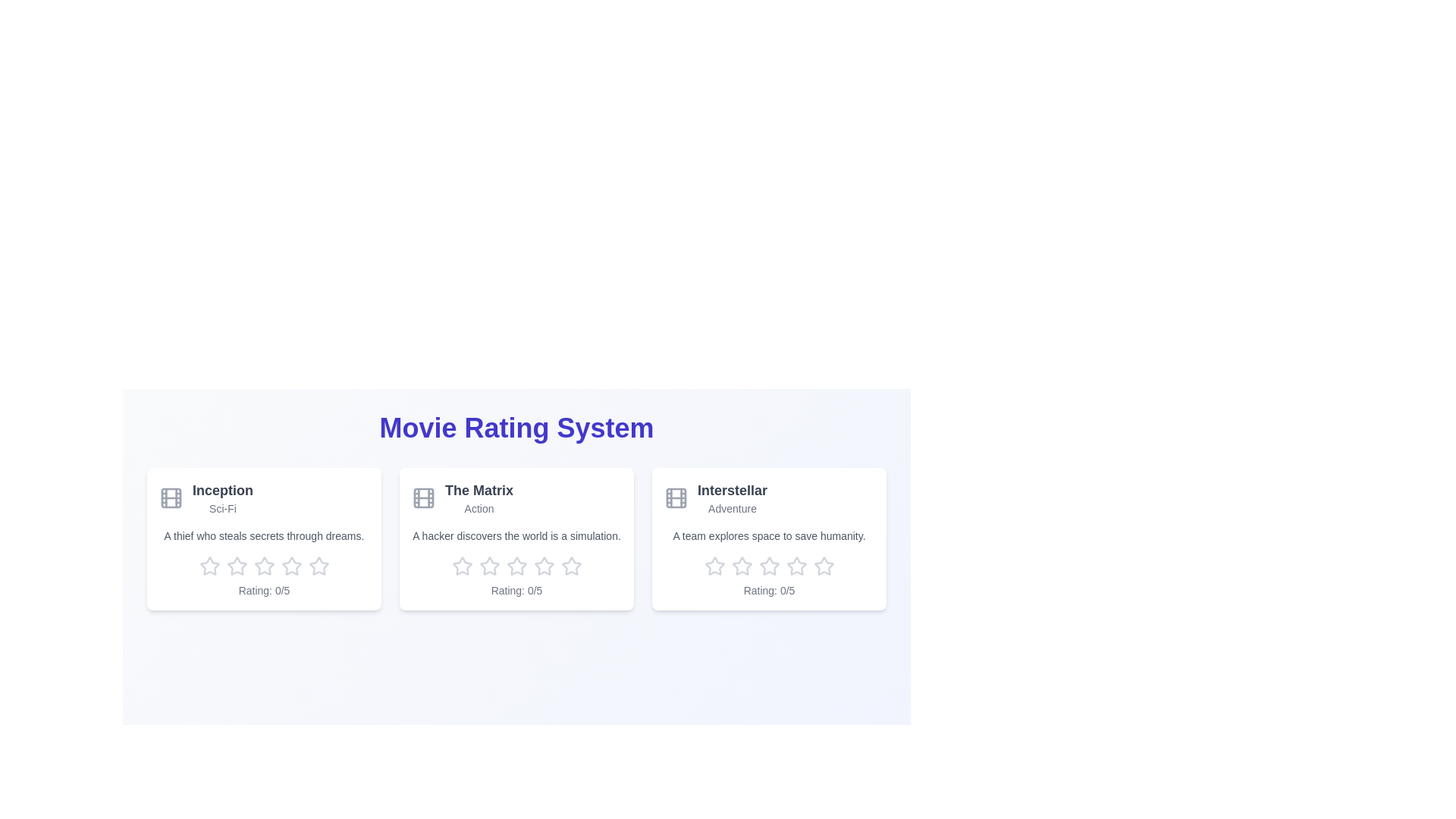 The width and height of the screenshot is (1456, 819). I want to click on the genre of the movie titled 'Inception', so click(221, 509).